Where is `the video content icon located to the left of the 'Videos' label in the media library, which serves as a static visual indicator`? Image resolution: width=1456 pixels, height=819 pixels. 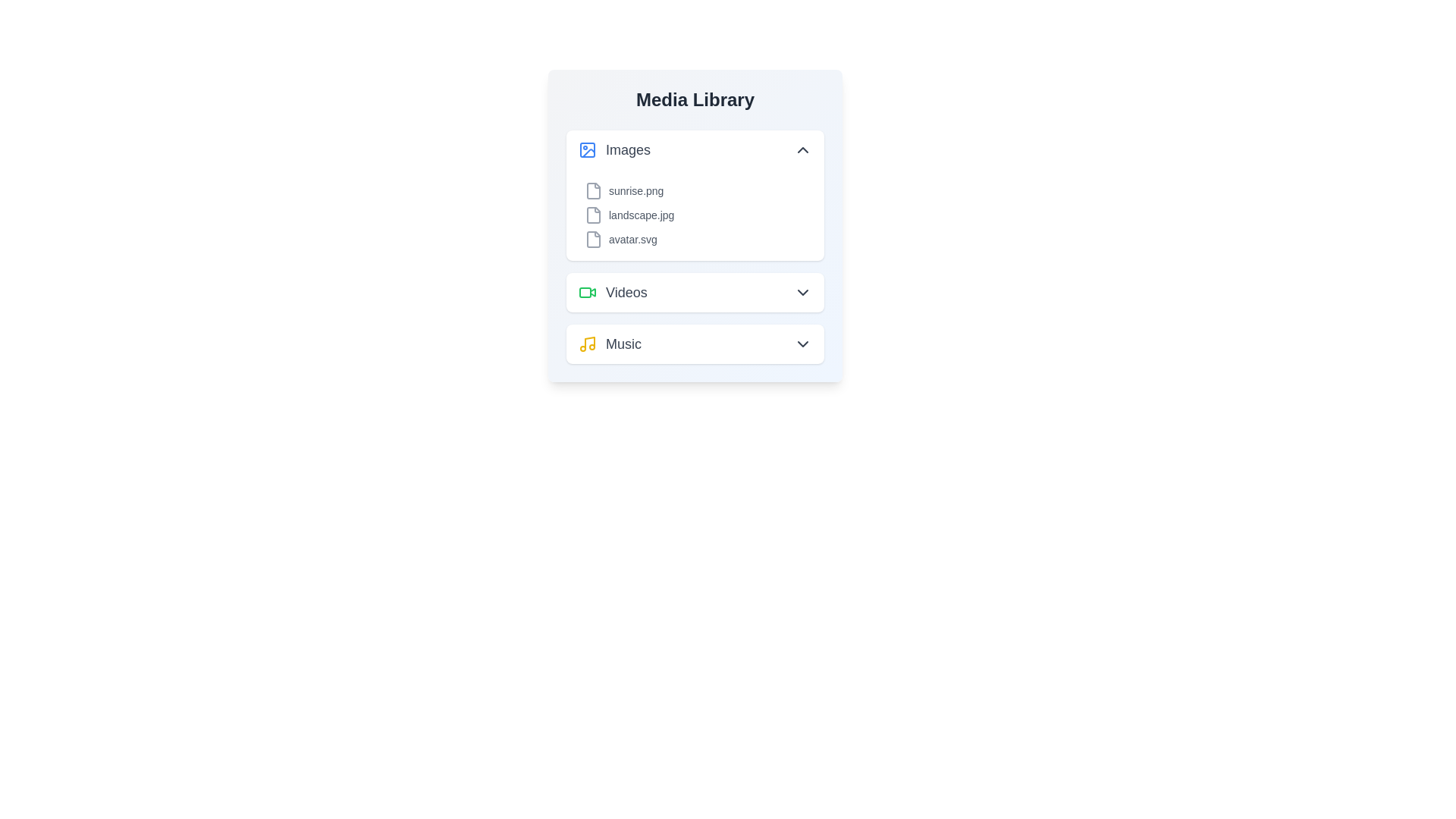 the video content icon located to the left of the 'Videos' label in the media library, which serves as a static visual indicator is located at coordinates (586, 292).